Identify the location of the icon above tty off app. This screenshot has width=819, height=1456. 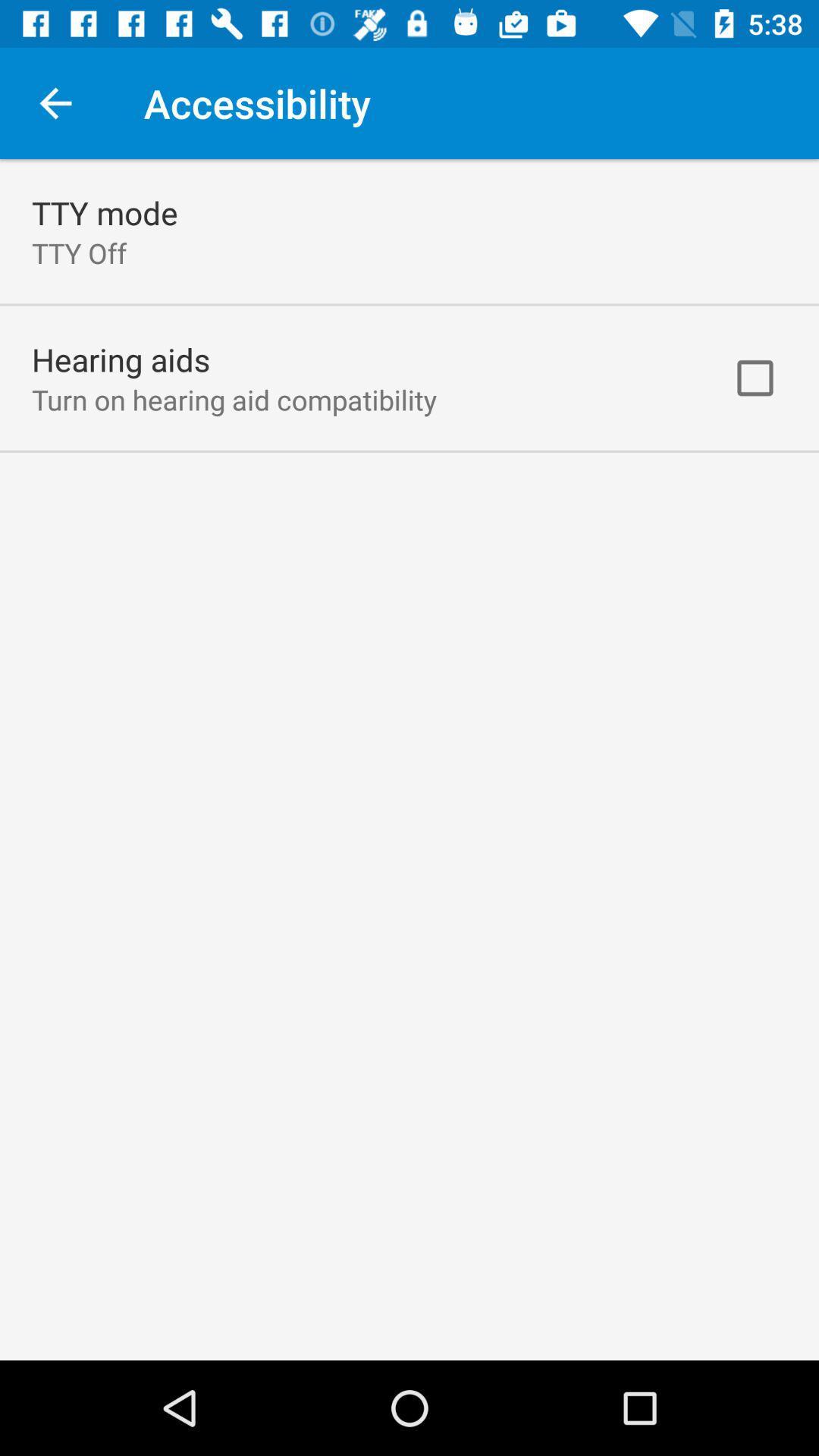
(104, 212).